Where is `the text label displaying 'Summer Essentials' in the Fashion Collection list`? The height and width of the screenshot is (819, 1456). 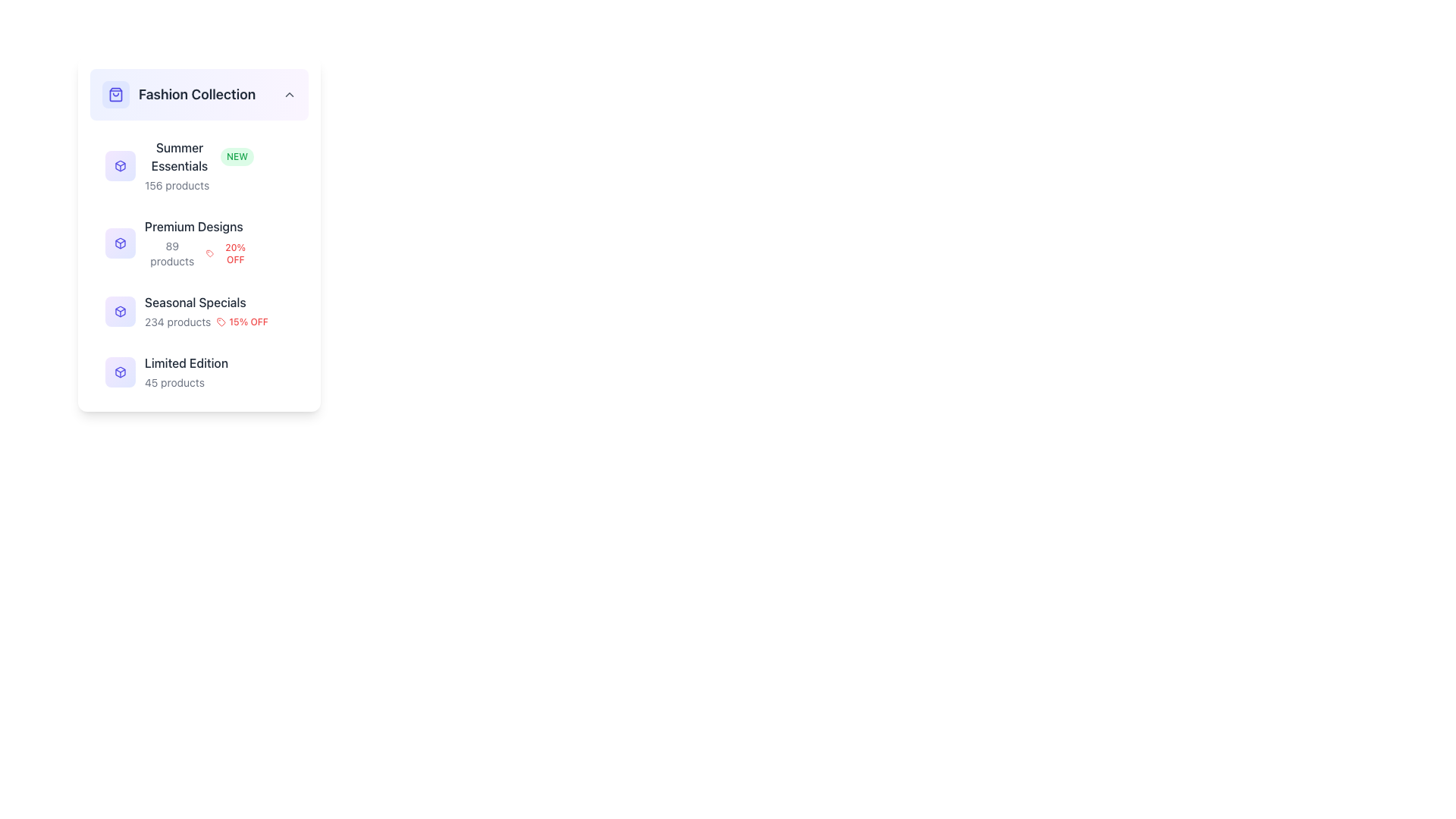
the text label displaying 'Summer Essentials' in the Fashion Collection list is located at coordinates (179, 157).